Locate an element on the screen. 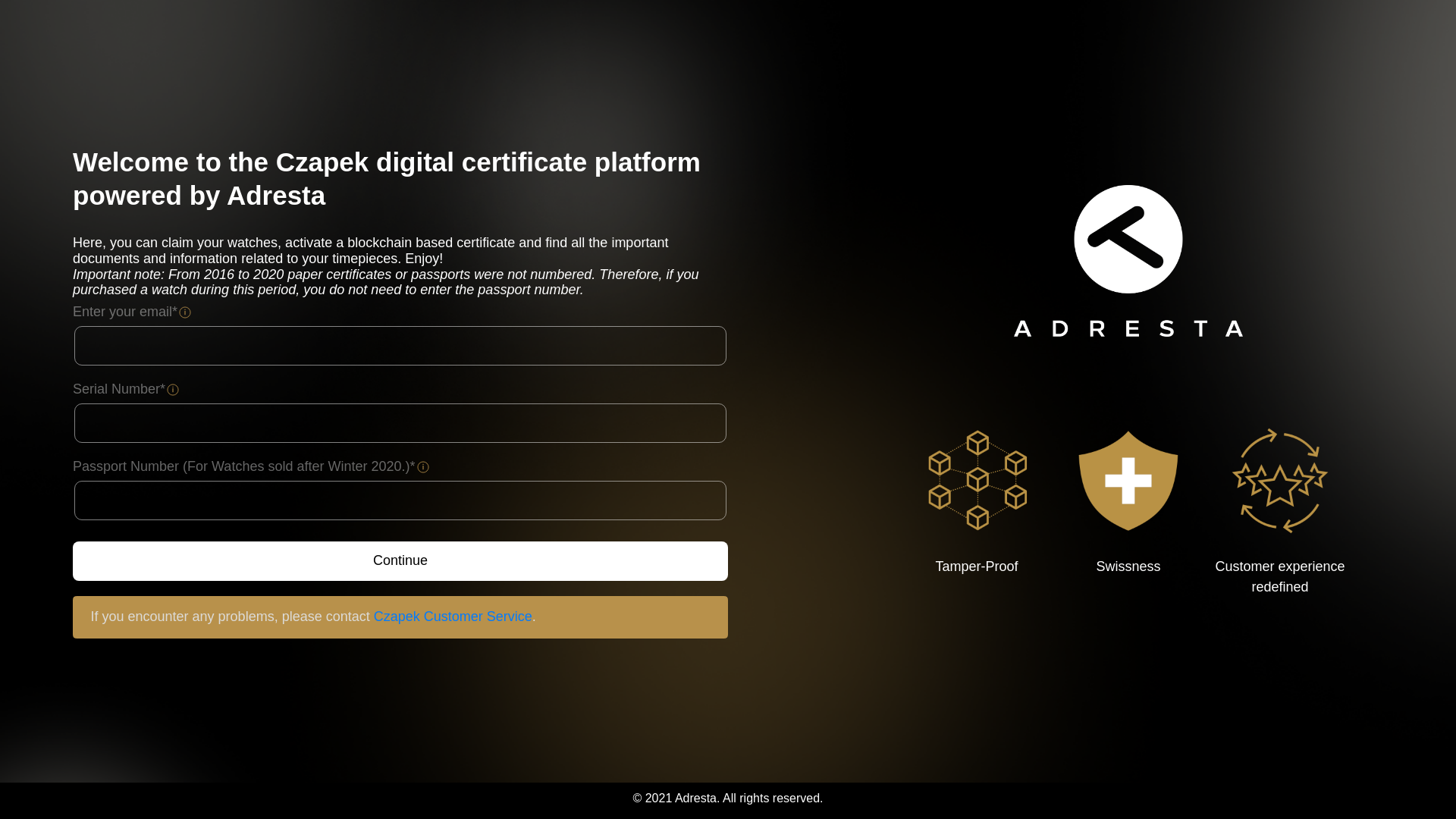 Image resolution: width=1456 pixels, height=819 pixels. 'Continue' is located at coordinates (400, 561).